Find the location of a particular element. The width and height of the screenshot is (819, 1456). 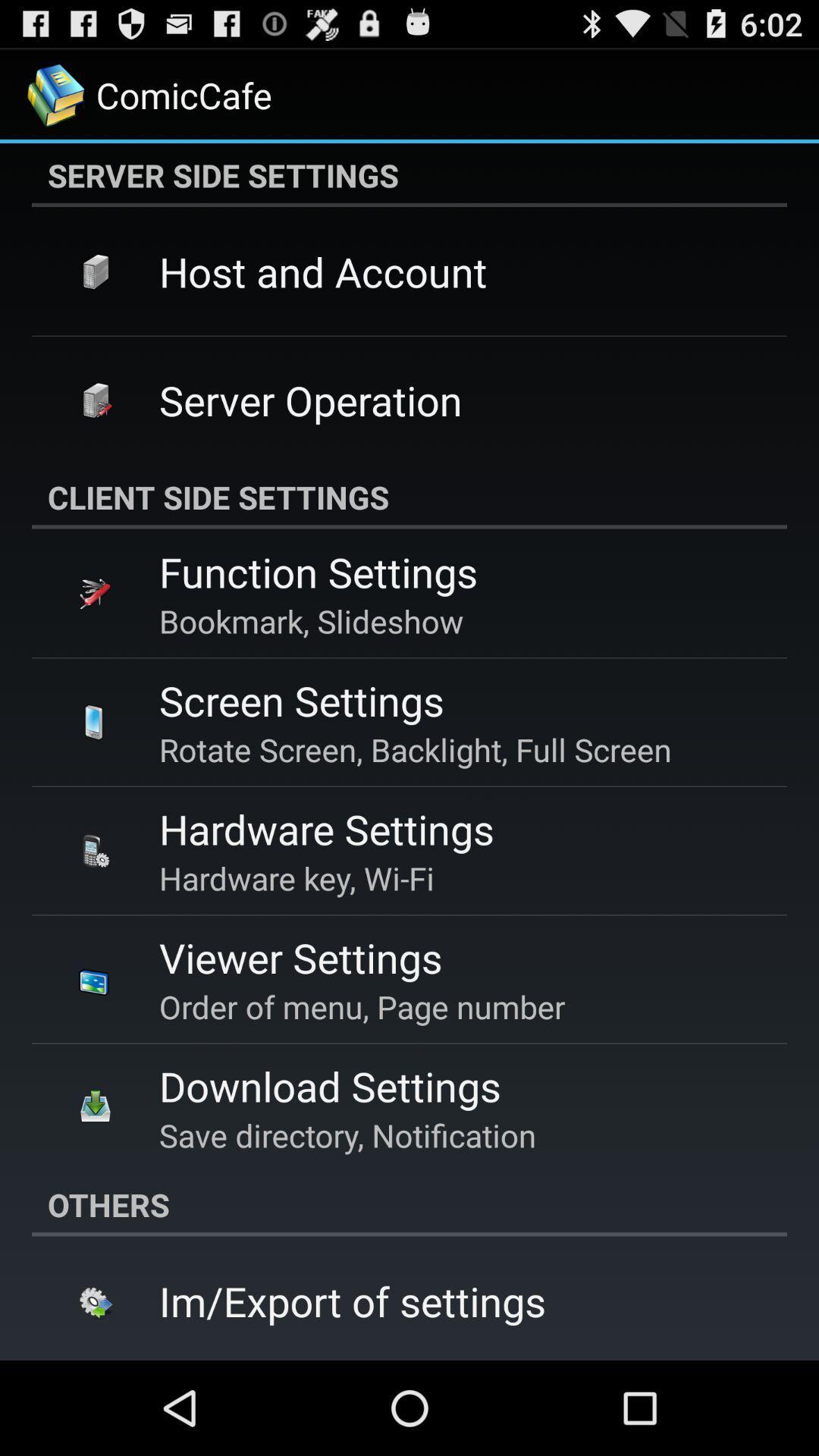

item above the others icon is located at coordinates (347, 1135).